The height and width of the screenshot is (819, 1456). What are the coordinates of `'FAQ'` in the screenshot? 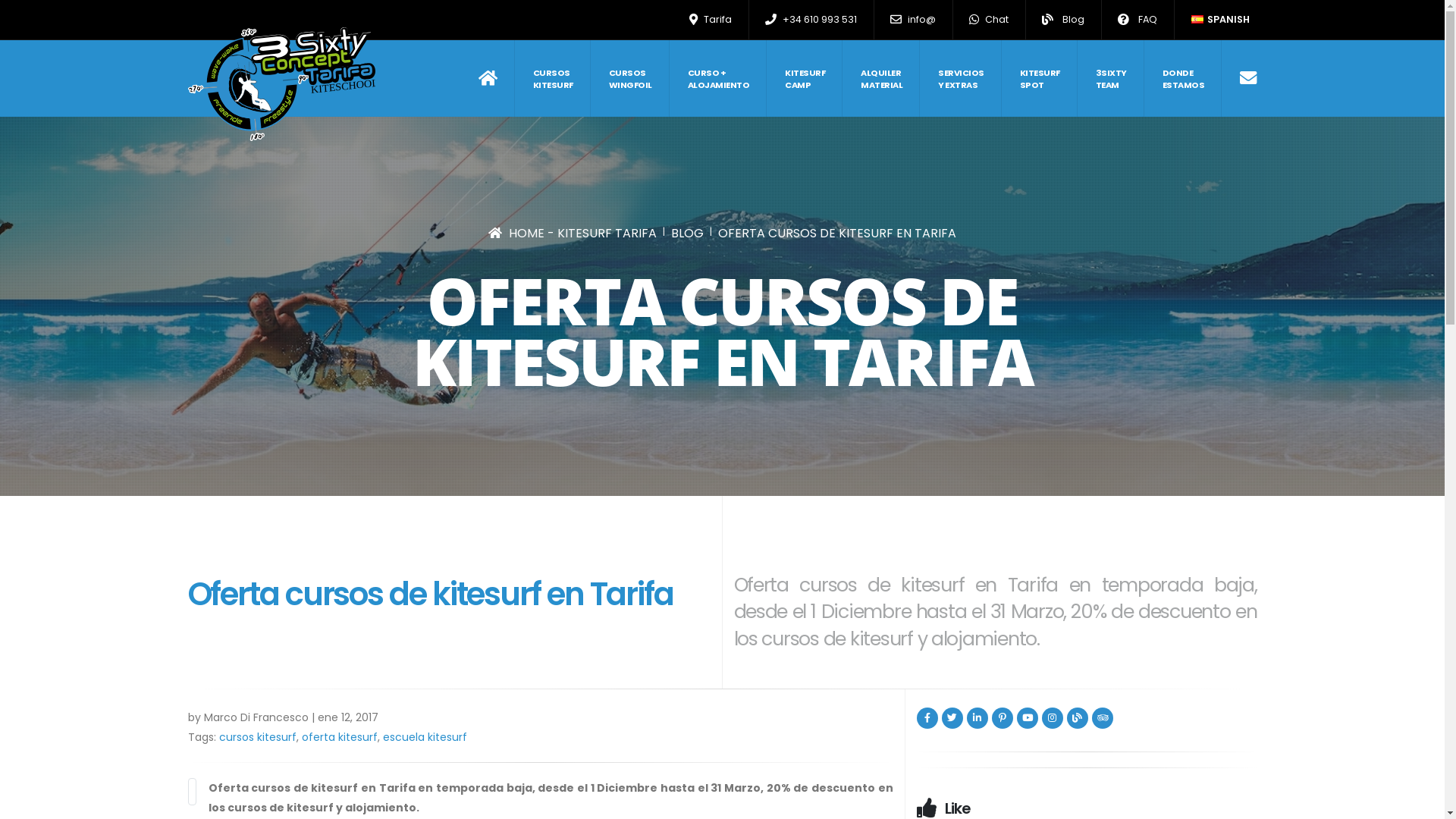 It's located at (1137, 20).